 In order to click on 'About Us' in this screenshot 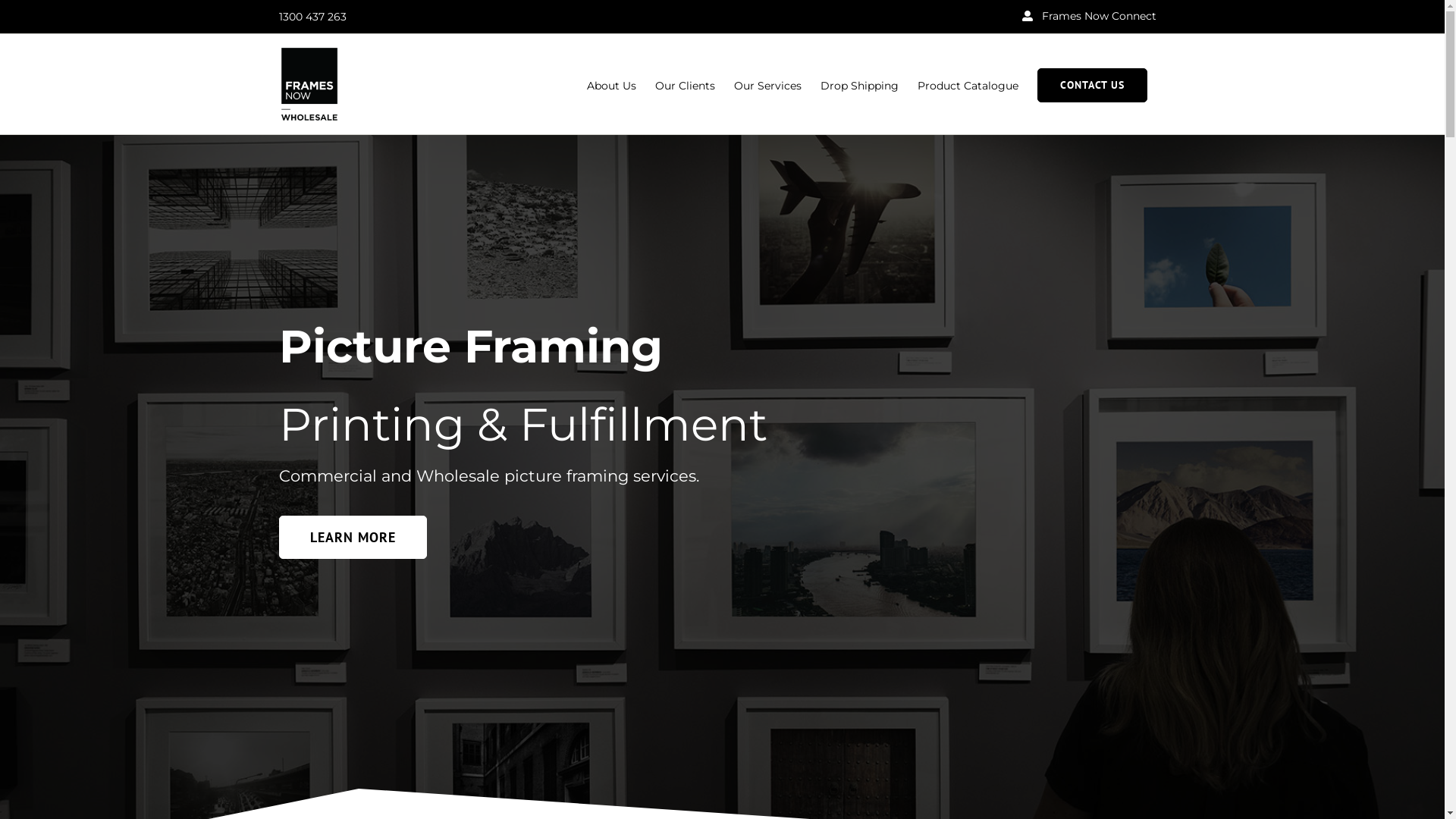, I will do `click(585, 84)`.